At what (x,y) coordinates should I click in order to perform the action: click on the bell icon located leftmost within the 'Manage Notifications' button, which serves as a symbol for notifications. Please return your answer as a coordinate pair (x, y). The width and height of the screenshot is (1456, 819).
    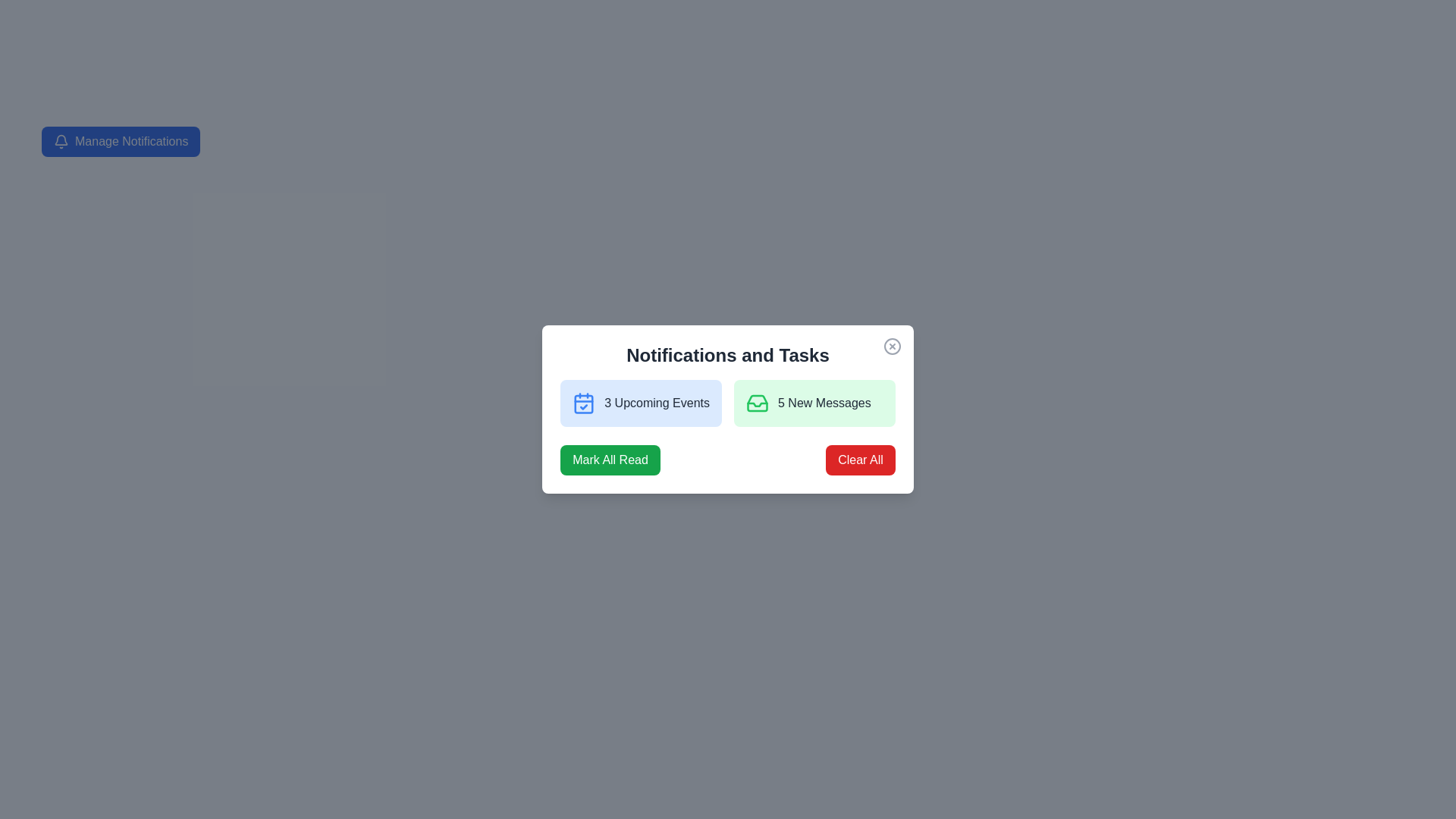
    Looking at the image, I should click on (61, 141).